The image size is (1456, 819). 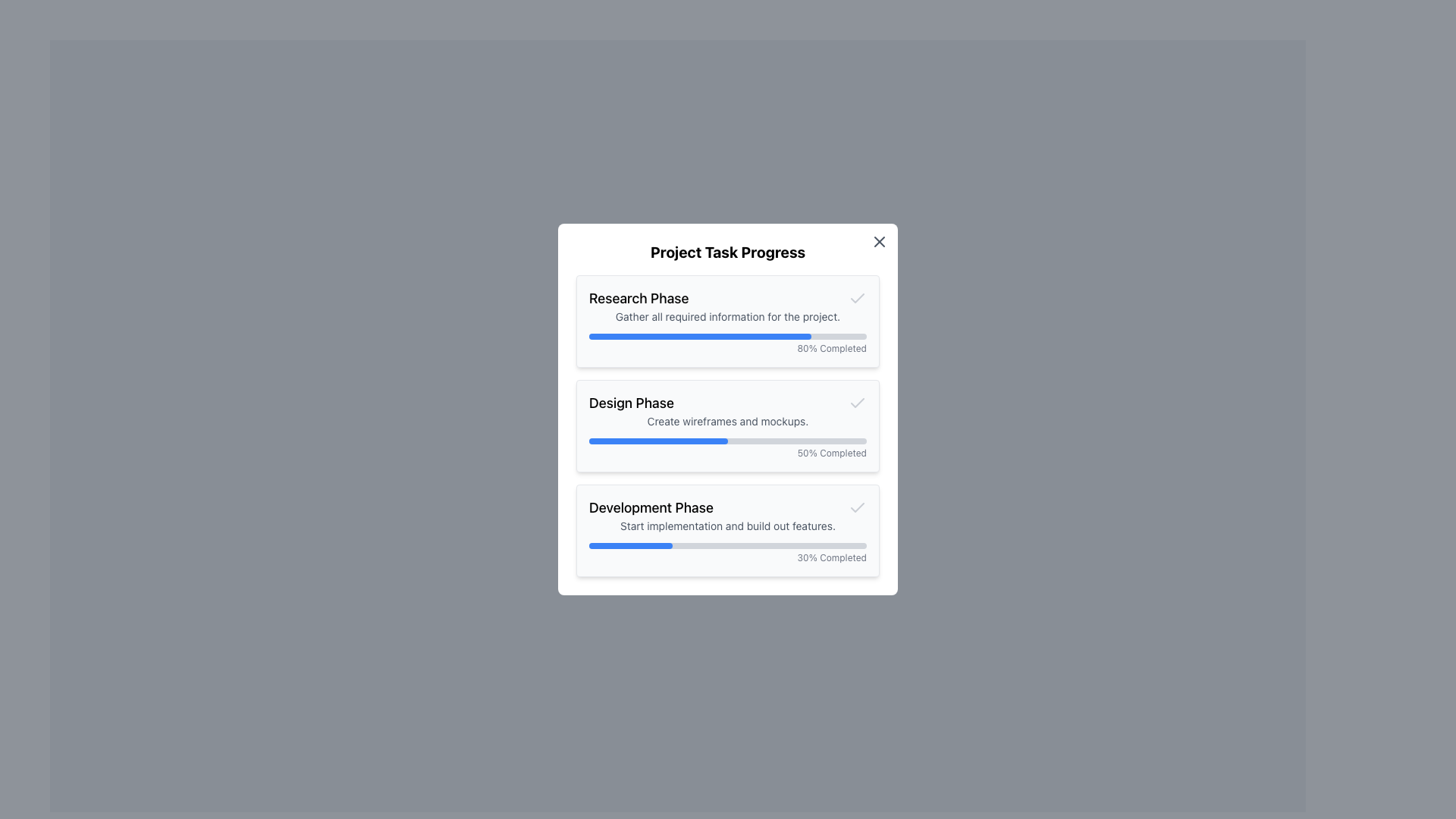 I want to click on the button with a blue background and white text labeled 'Open Task Progress', so click(x=676, y=449).